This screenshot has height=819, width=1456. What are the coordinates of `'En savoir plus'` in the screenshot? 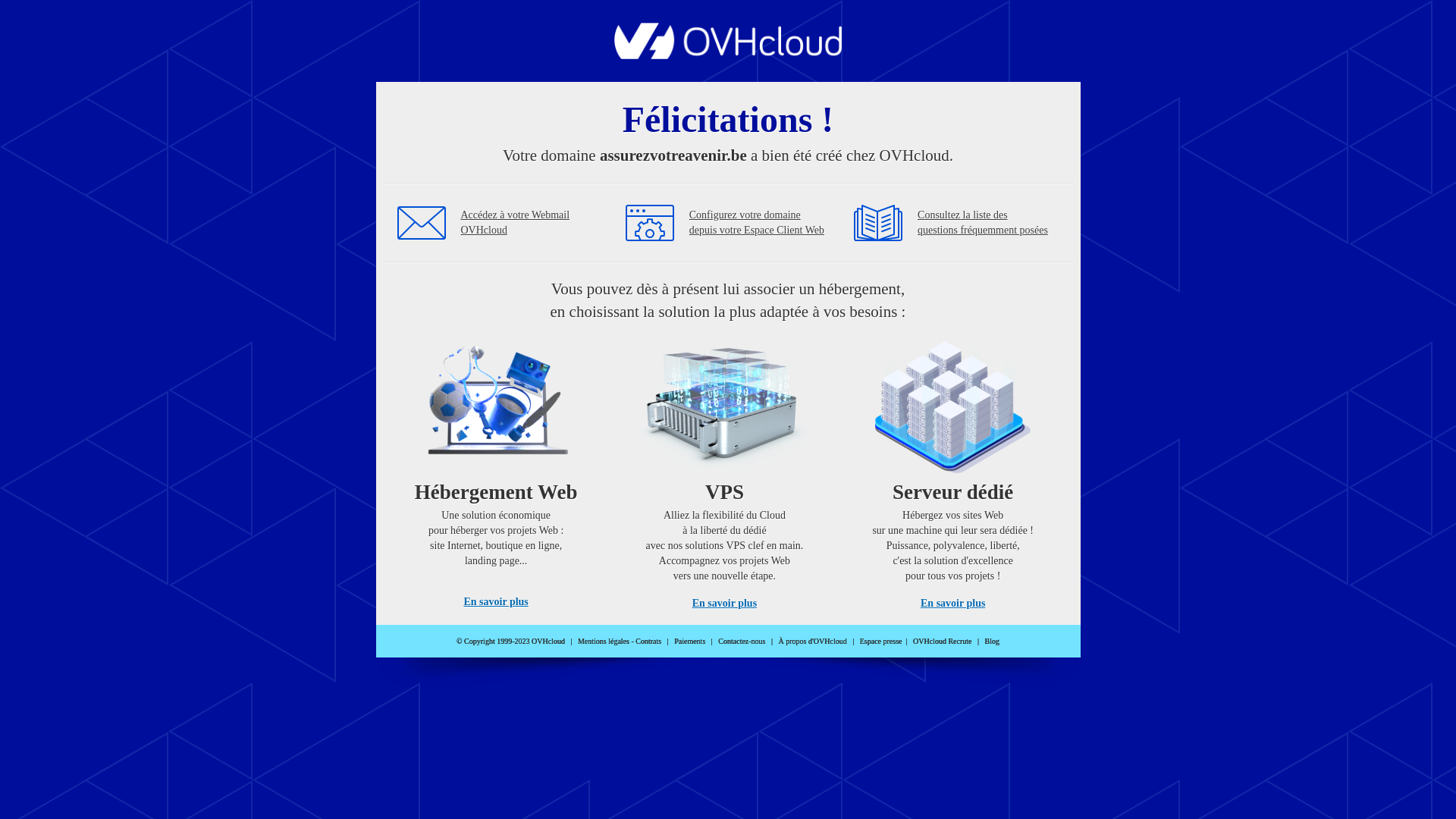 It's located at (495, 601).